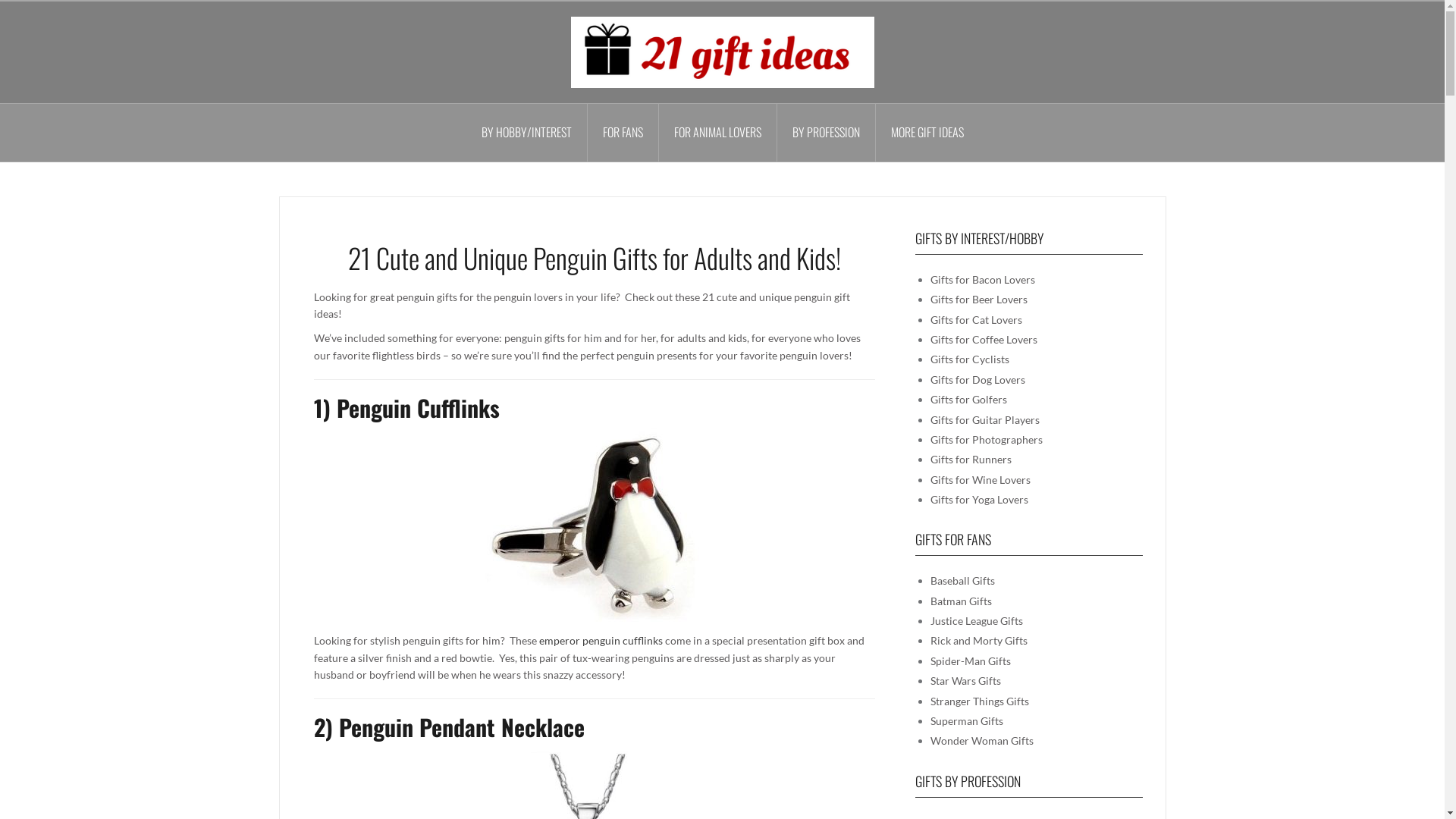 Image resolution: width=1456 pixels, height=819 pixels. What do you see at coordinates (825, 131) in the screenshot?
I see `'BY PROFESSION'` at bounding box center [825, 131].